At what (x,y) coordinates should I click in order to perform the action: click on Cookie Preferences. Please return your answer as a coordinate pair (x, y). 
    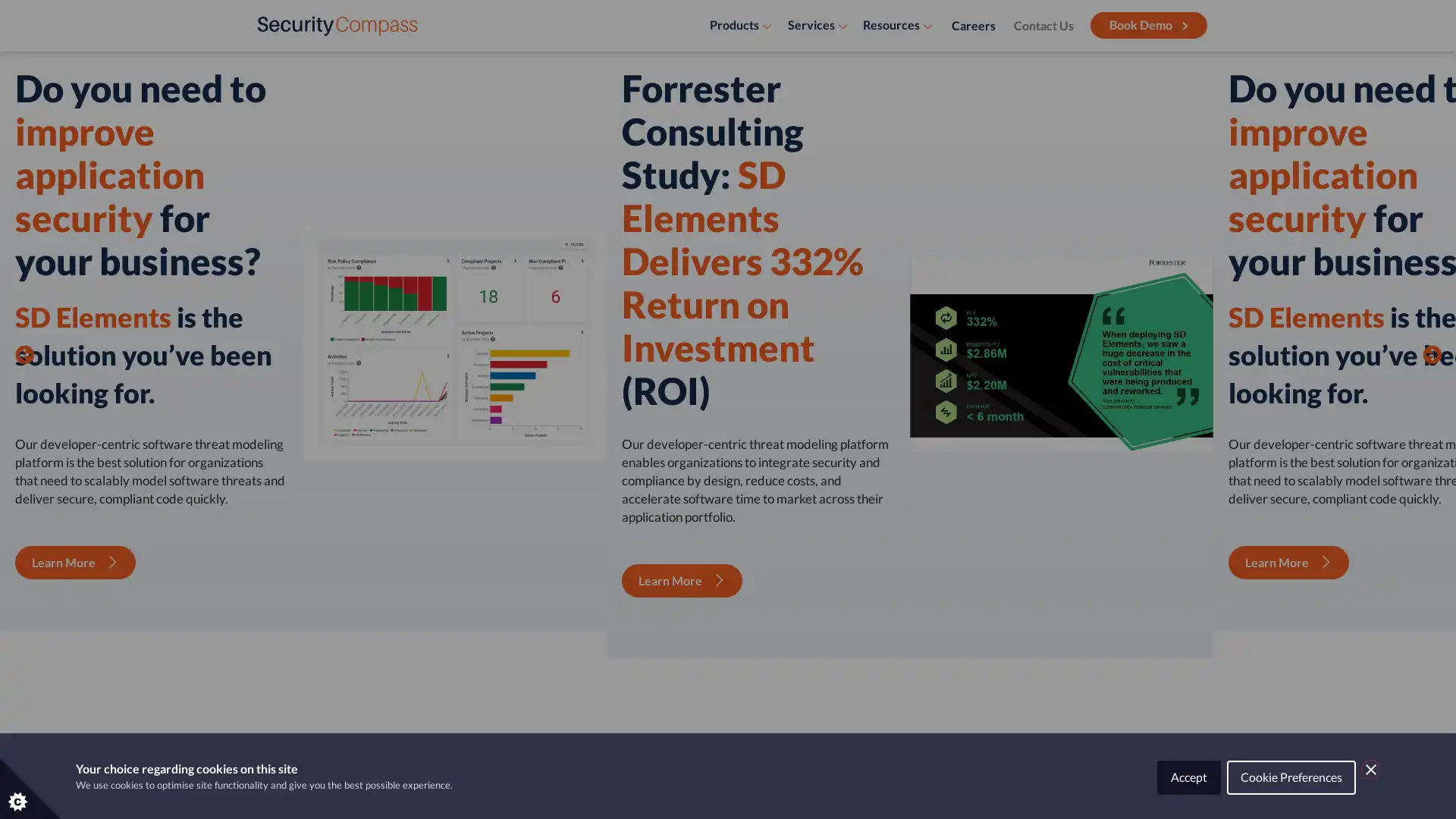
    Looking at the image, I should click on (1291, 777).